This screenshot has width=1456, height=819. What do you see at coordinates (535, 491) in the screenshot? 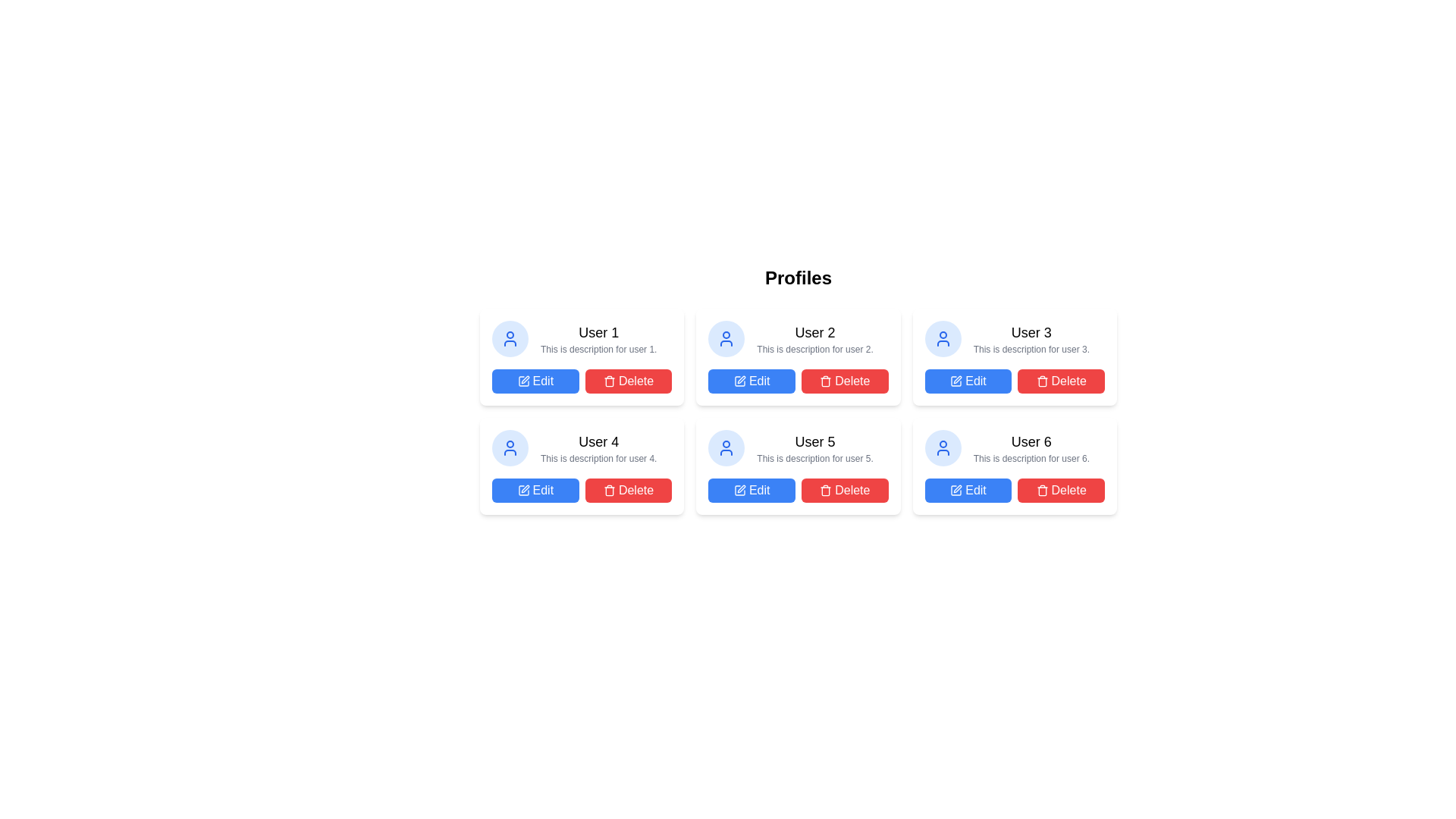
I see `the edit button located in the bottom row, first column of the user card grid, which allows editing information related to 'User 4'` at bounding box center [535, 491].